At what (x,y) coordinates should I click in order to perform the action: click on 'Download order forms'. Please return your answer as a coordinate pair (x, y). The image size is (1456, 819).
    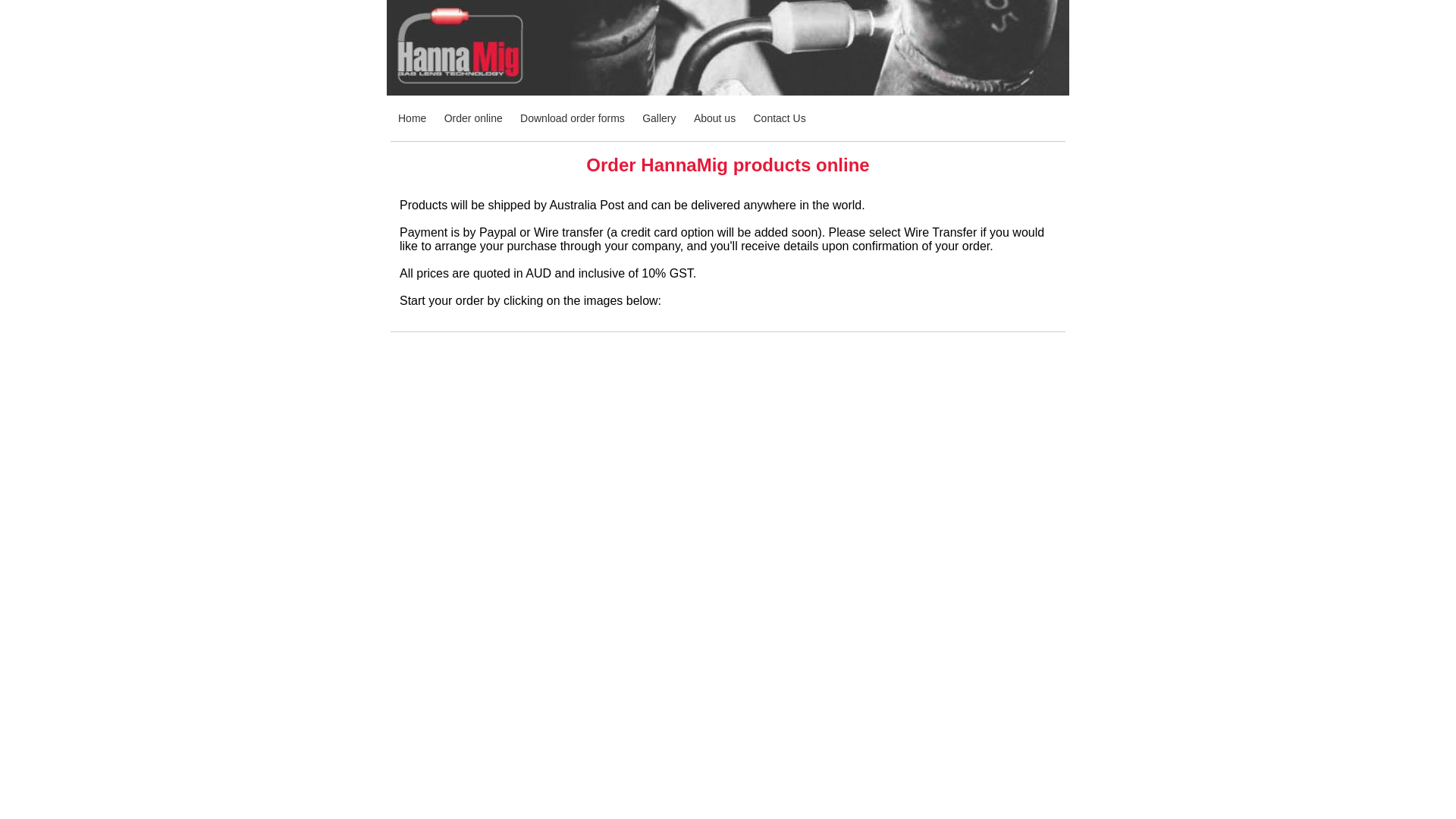
    Looking at the image, I should click on (571, 117).